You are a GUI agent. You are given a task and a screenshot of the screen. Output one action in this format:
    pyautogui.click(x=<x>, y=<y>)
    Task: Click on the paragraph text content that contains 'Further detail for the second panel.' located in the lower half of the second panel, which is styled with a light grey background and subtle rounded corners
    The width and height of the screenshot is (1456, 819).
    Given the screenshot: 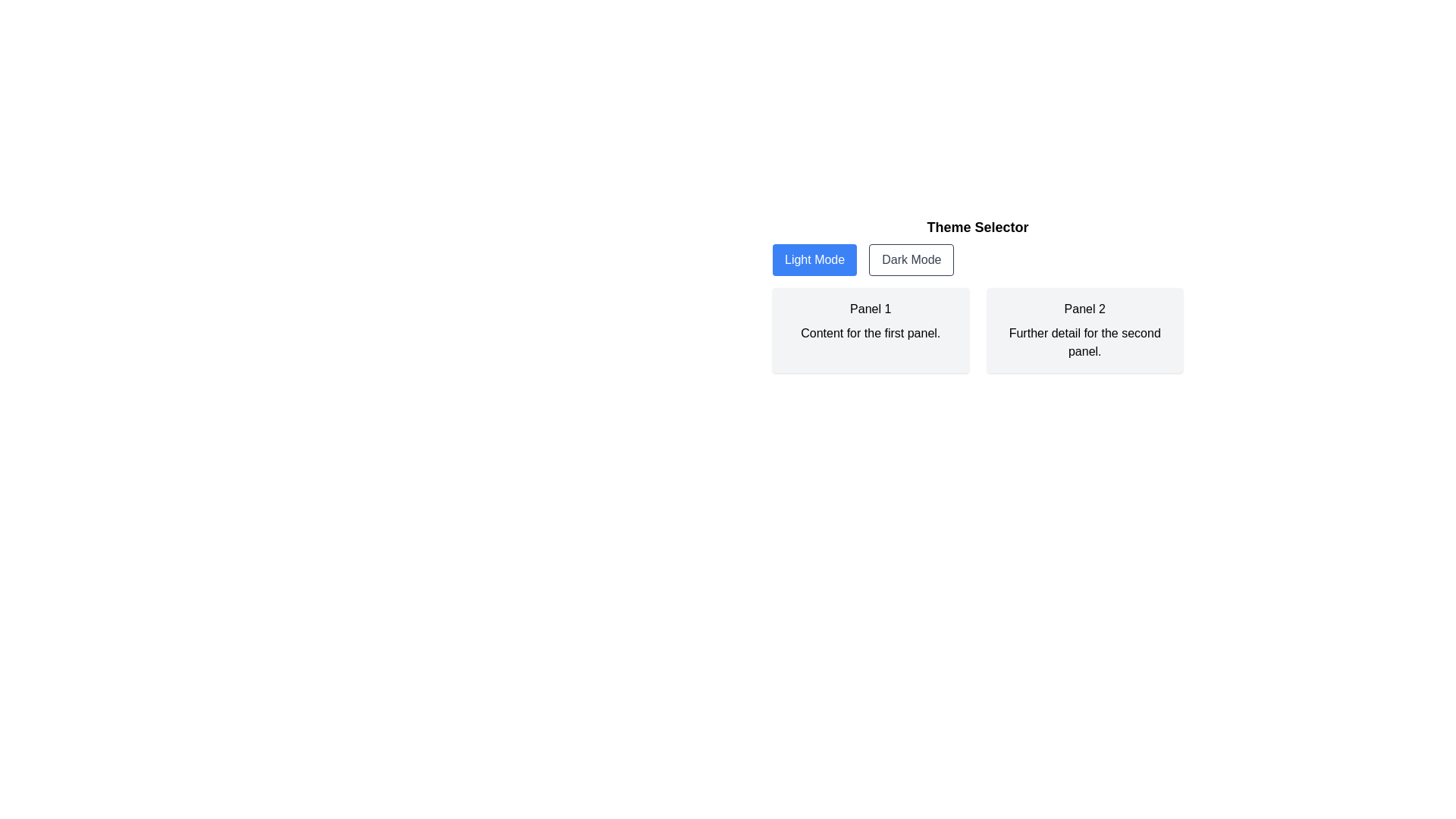 What is the action you would take?
    pyautogui.click(x=1084, y=342)
    